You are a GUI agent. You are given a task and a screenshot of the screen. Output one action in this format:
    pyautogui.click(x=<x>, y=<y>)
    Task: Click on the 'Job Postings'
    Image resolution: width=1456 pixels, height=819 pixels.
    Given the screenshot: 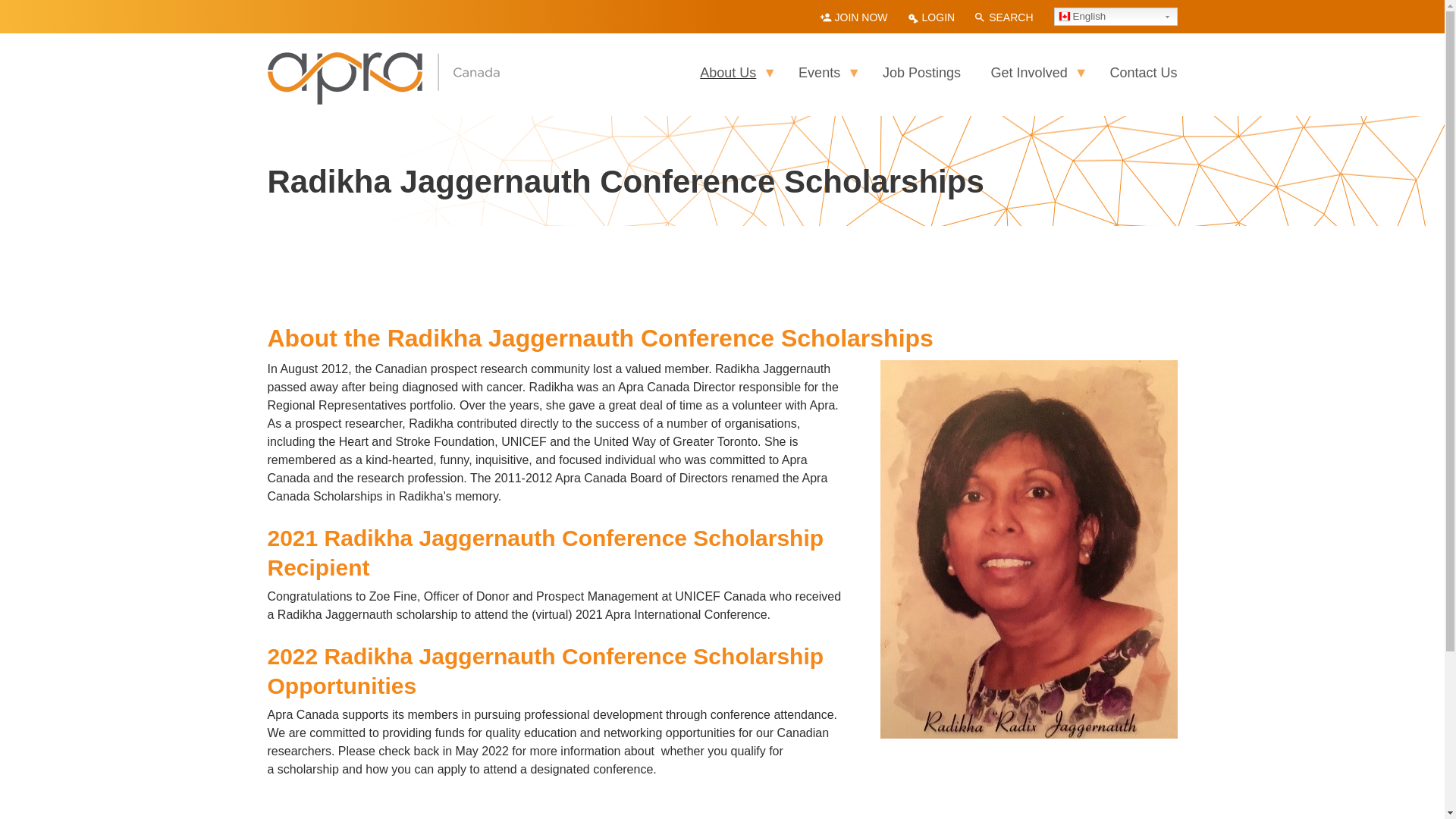 What is the action you would take?
    pyautogui.click(x=921, y=73)
    